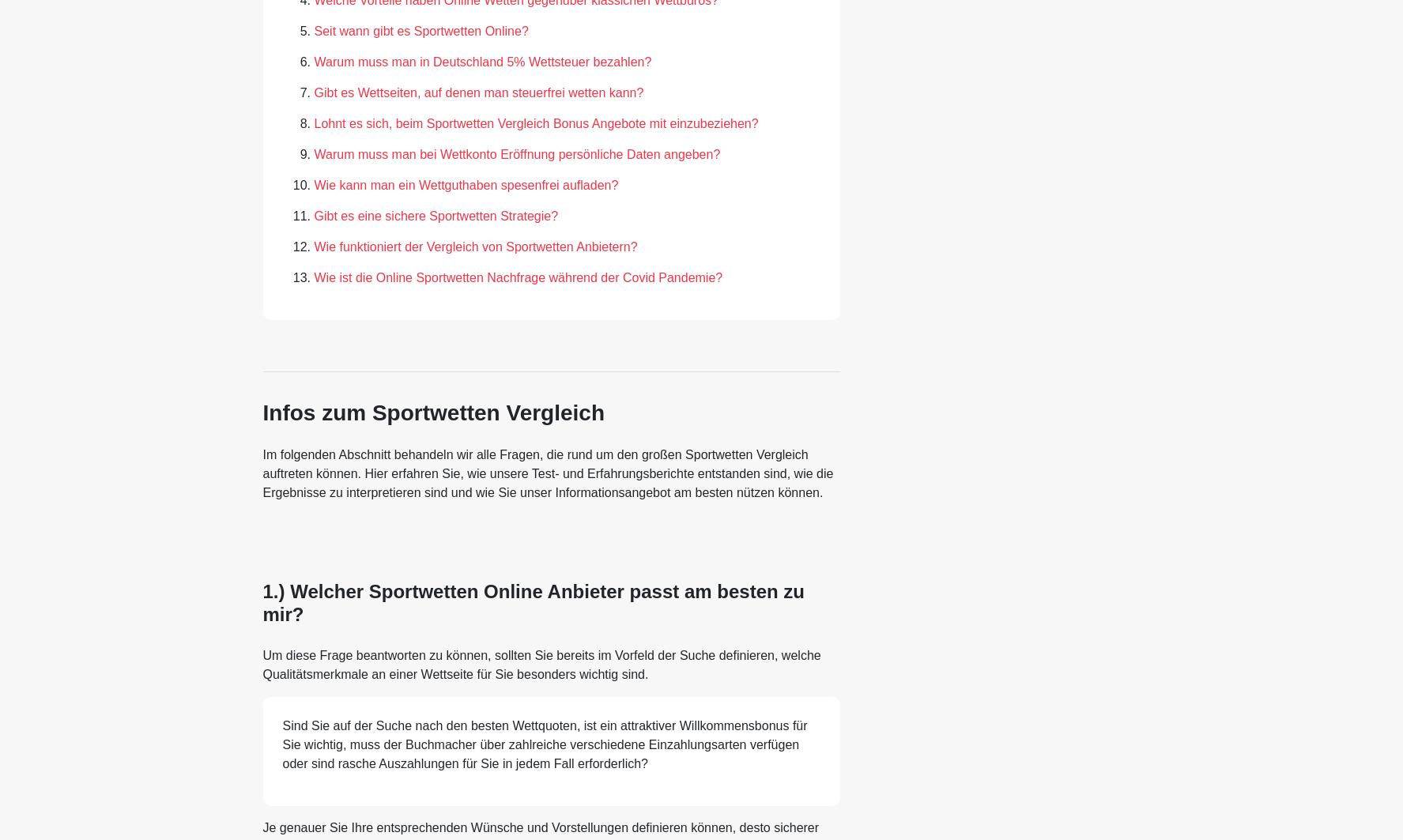 This screenshot has height=840, width=1403. I want to click on 'Wie ist die Online Sportwetten Nachfrage während der Covid Pandemie?', so click(313, 277).